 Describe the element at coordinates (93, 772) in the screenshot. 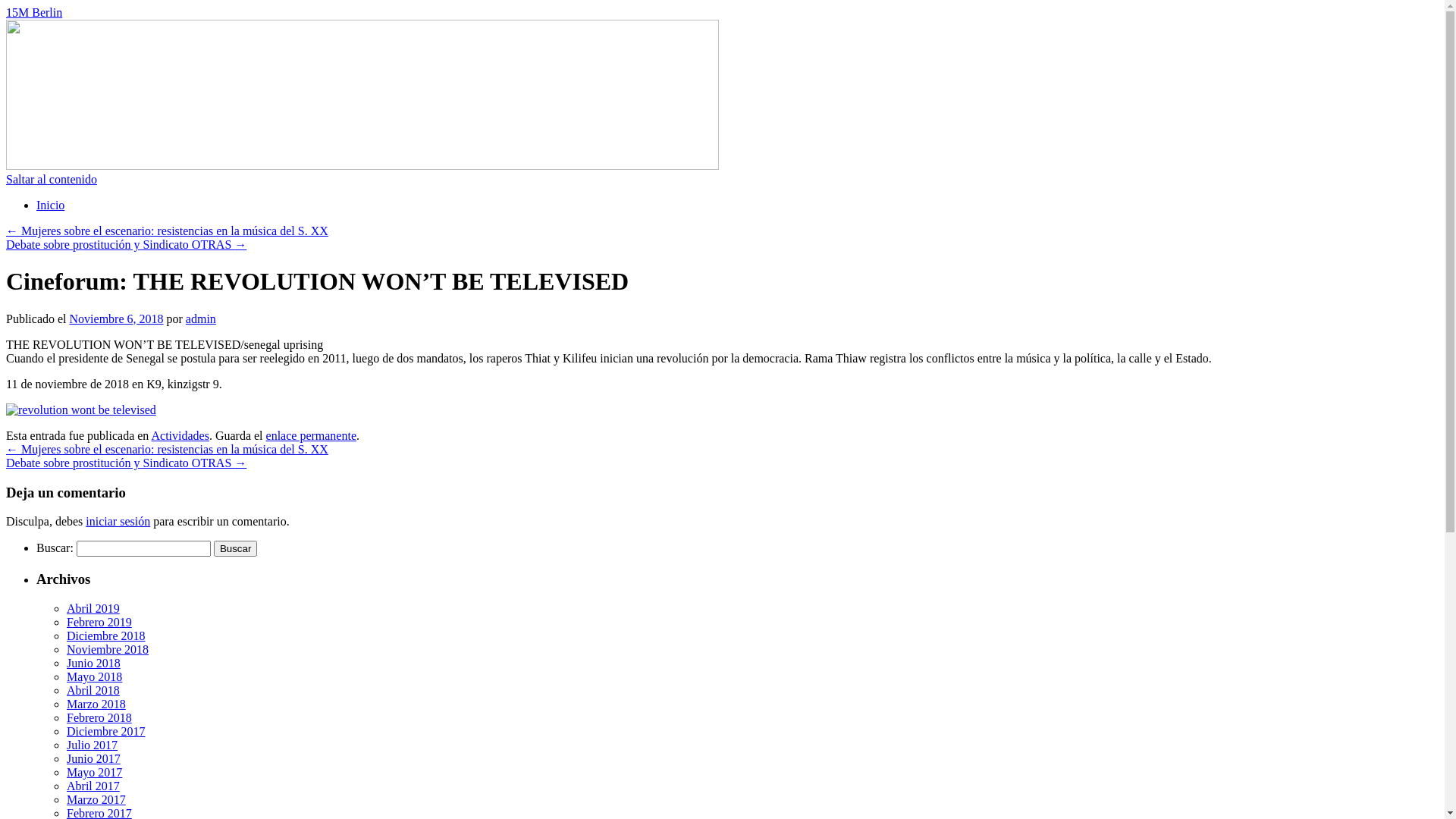

I see `'Mayo 2017'` at that location.